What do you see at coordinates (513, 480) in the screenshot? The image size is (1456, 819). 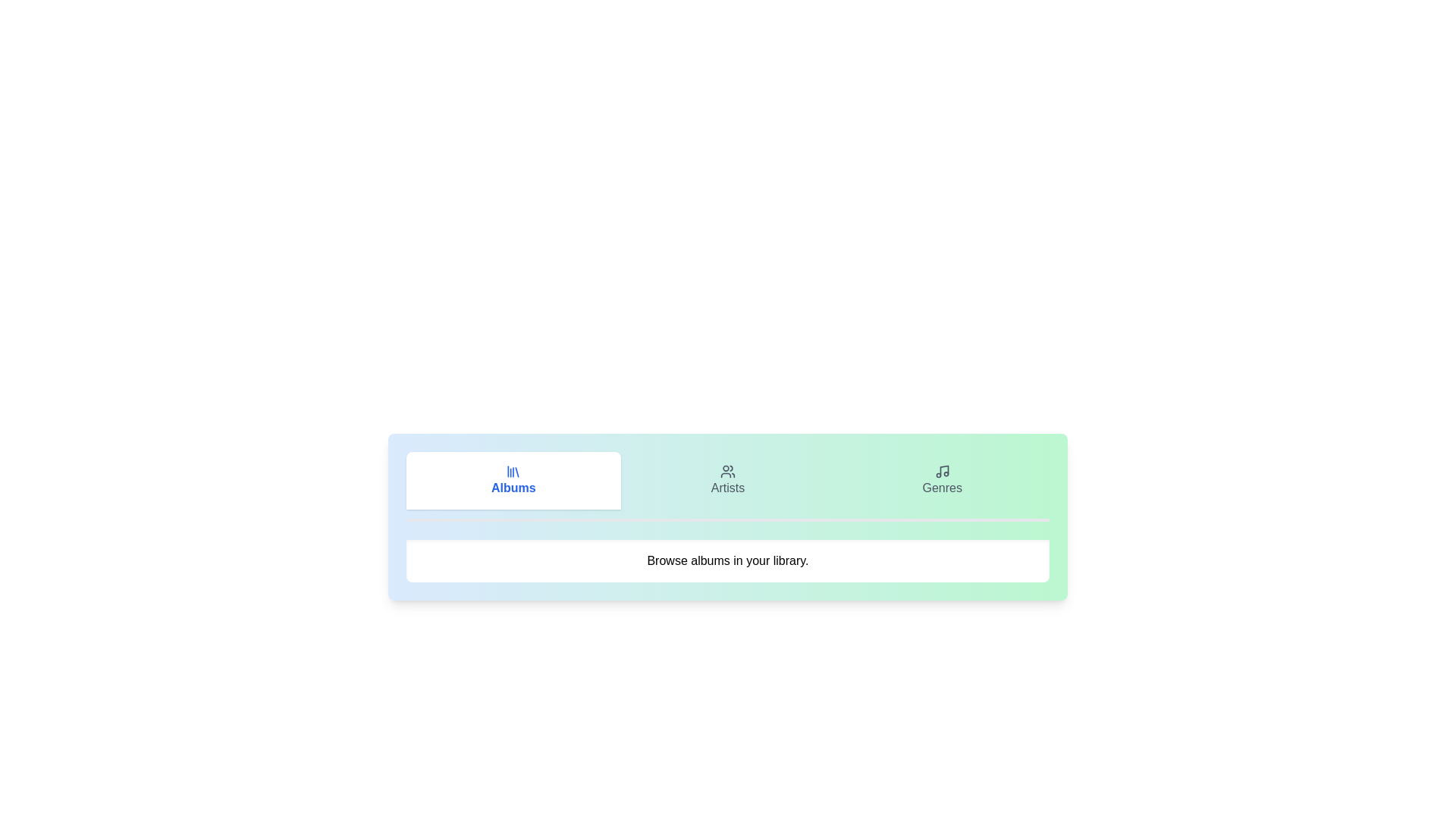 I see `the Albums tab by clicking on its button` at bounding box center [513, 480].